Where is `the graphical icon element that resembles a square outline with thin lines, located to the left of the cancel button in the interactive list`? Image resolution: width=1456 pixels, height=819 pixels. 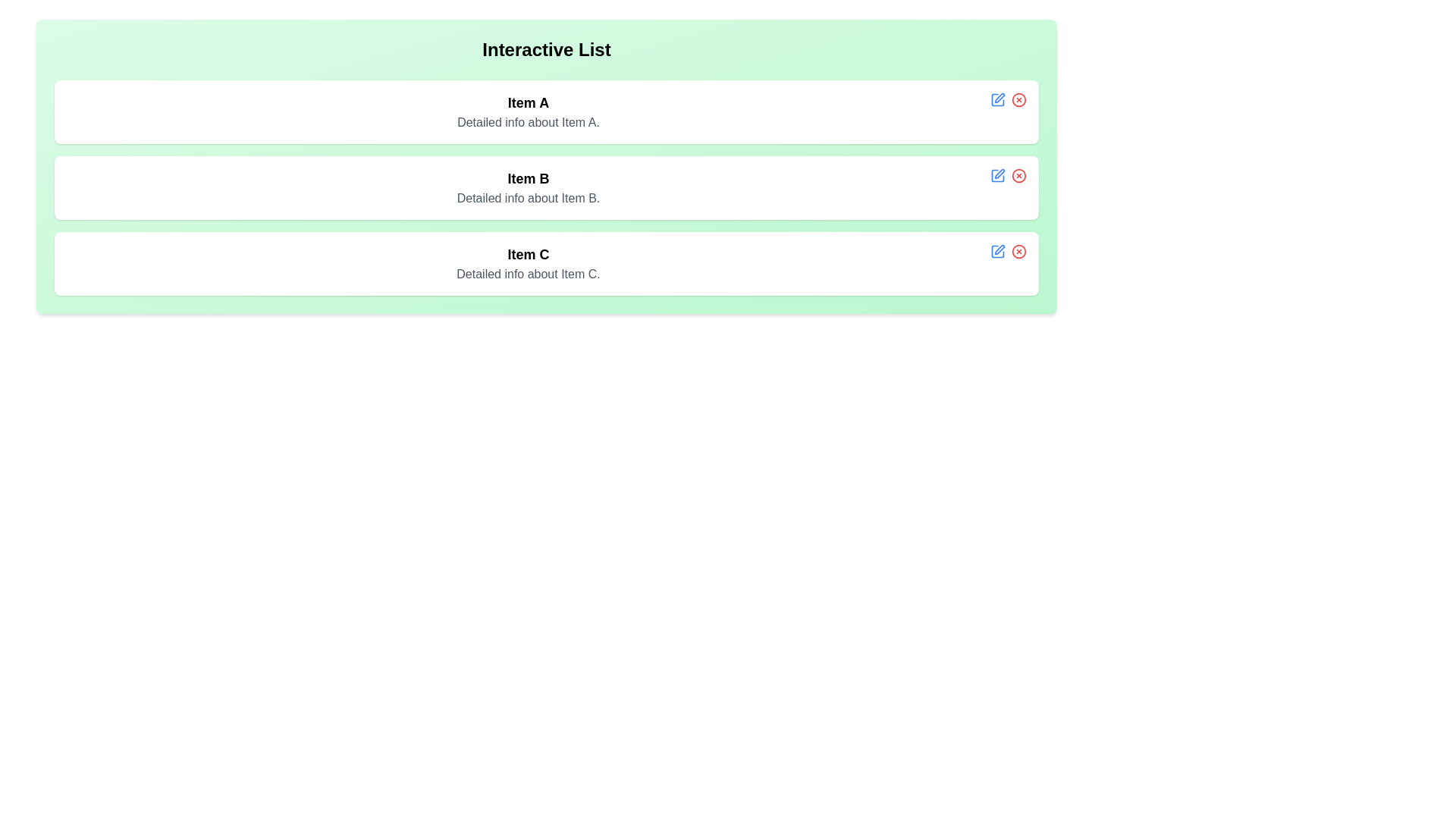 the graphical icon element that resembles a square outline with thin lines, located to the left of the cancel button in the interactive list is located at coordinates (997, 174).